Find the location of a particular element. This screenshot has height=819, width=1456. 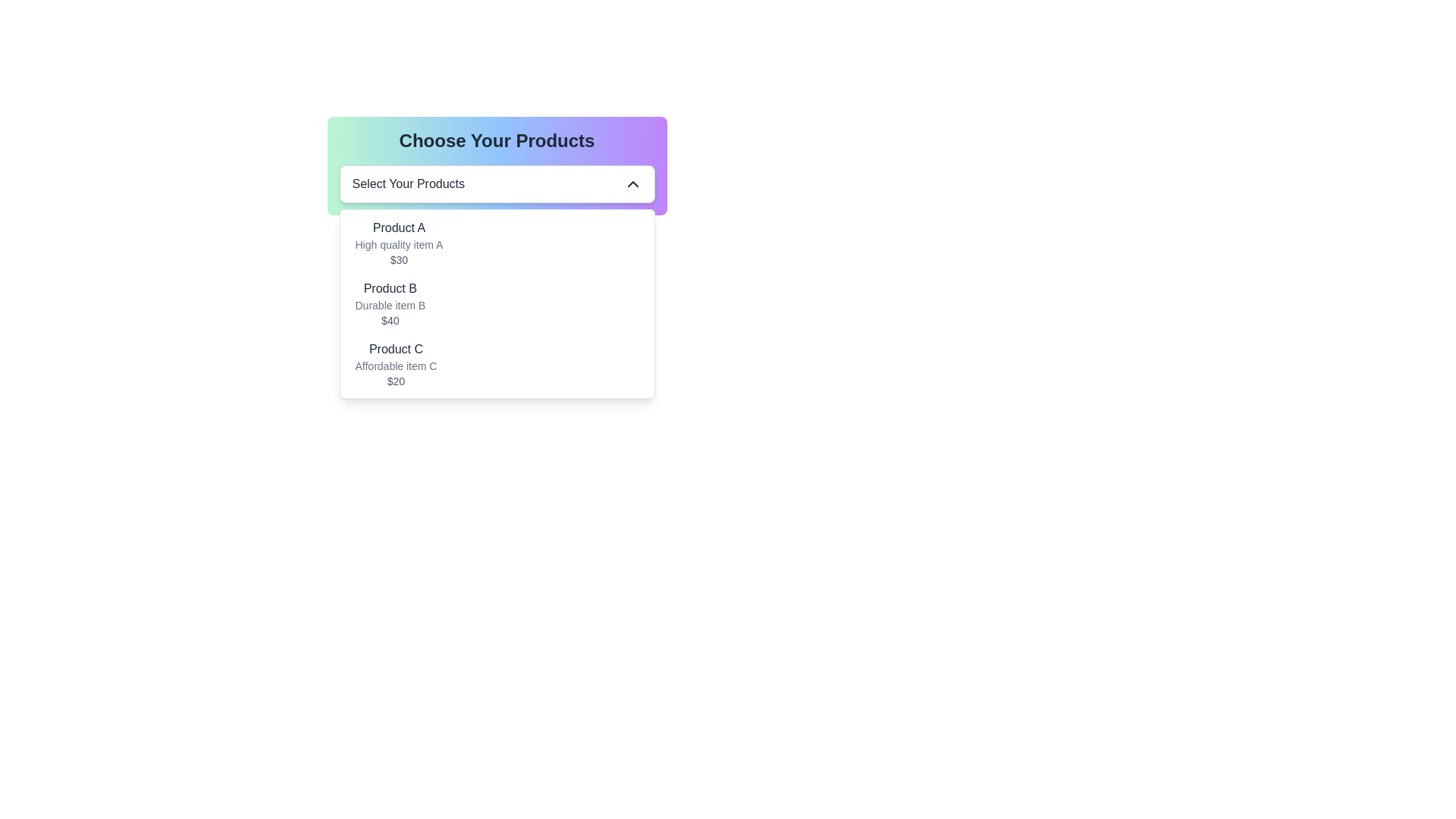

the dropdown list item displaying 'Product B', which includes its description 'Durable item B' and price '$40' is located at coordinates (390, 304).